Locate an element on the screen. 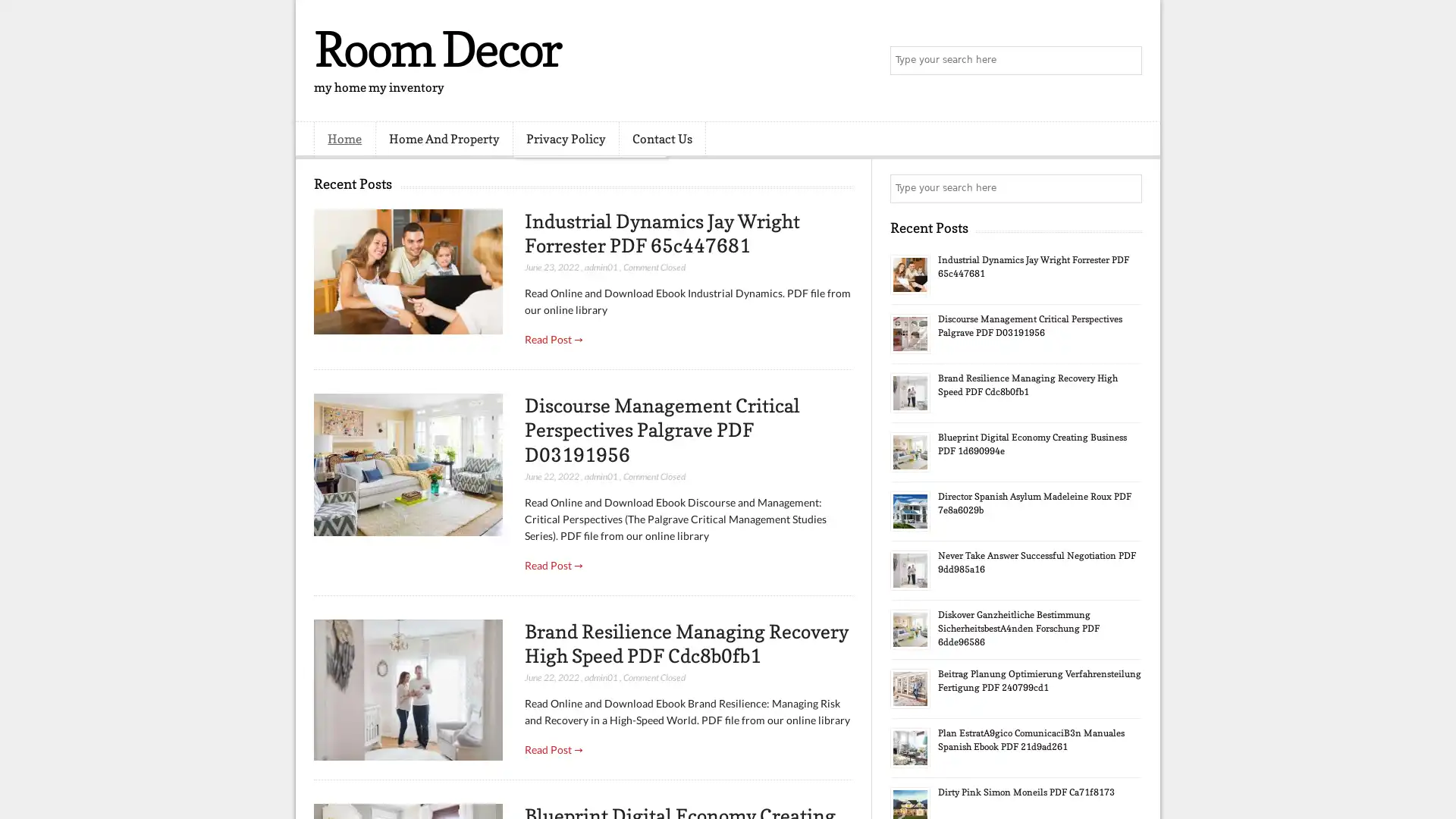 This screenshot has width=1456, height=819. Search is located at coordinates (1126, 61).